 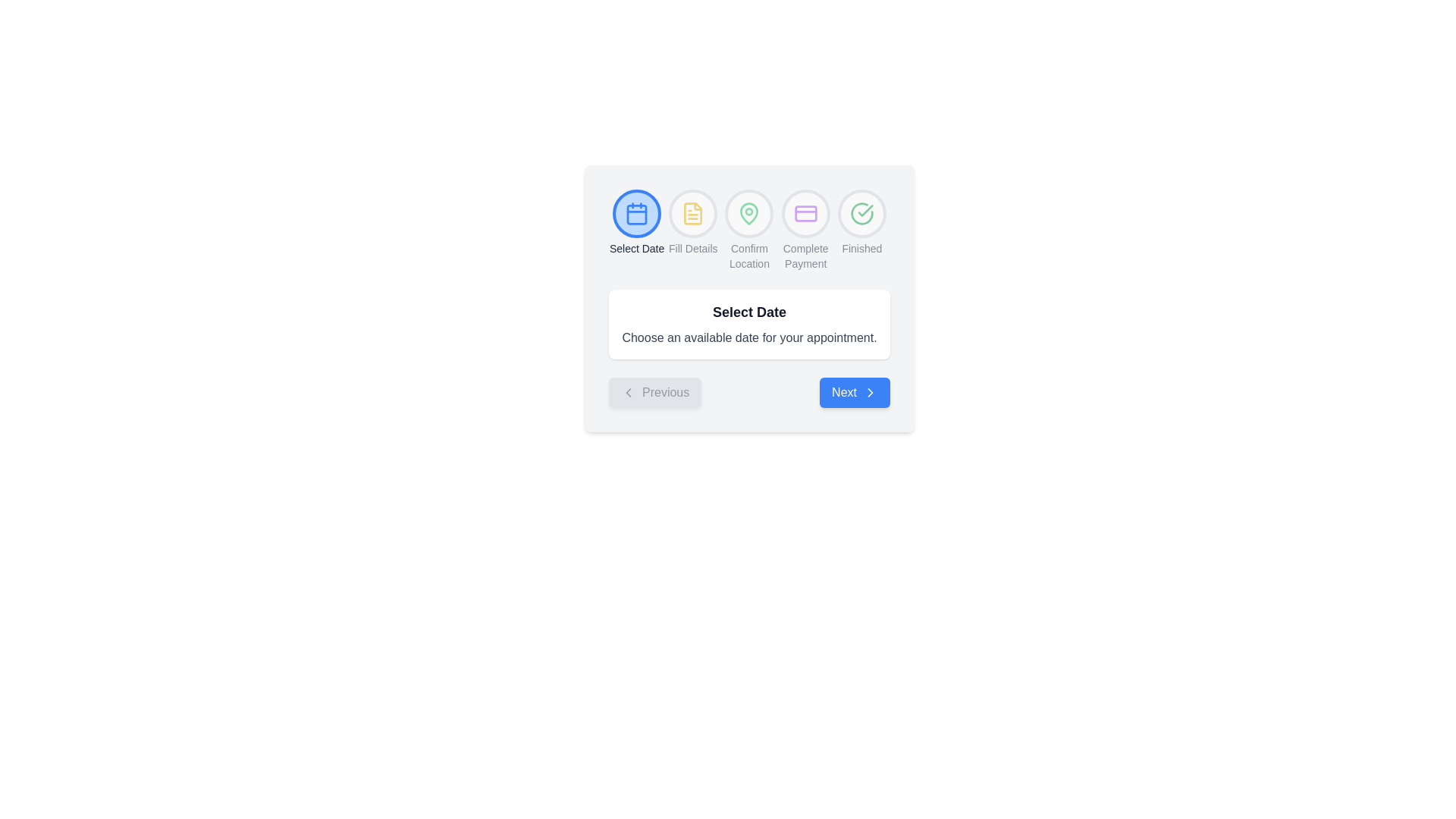 What do you see at coordinates (870, 391) in the screenshot?
I see `the right-facing arrow icon located to the right of the 'Next' button, which is contained within a blue rounded rectangle` at bounding box center [870, 391].